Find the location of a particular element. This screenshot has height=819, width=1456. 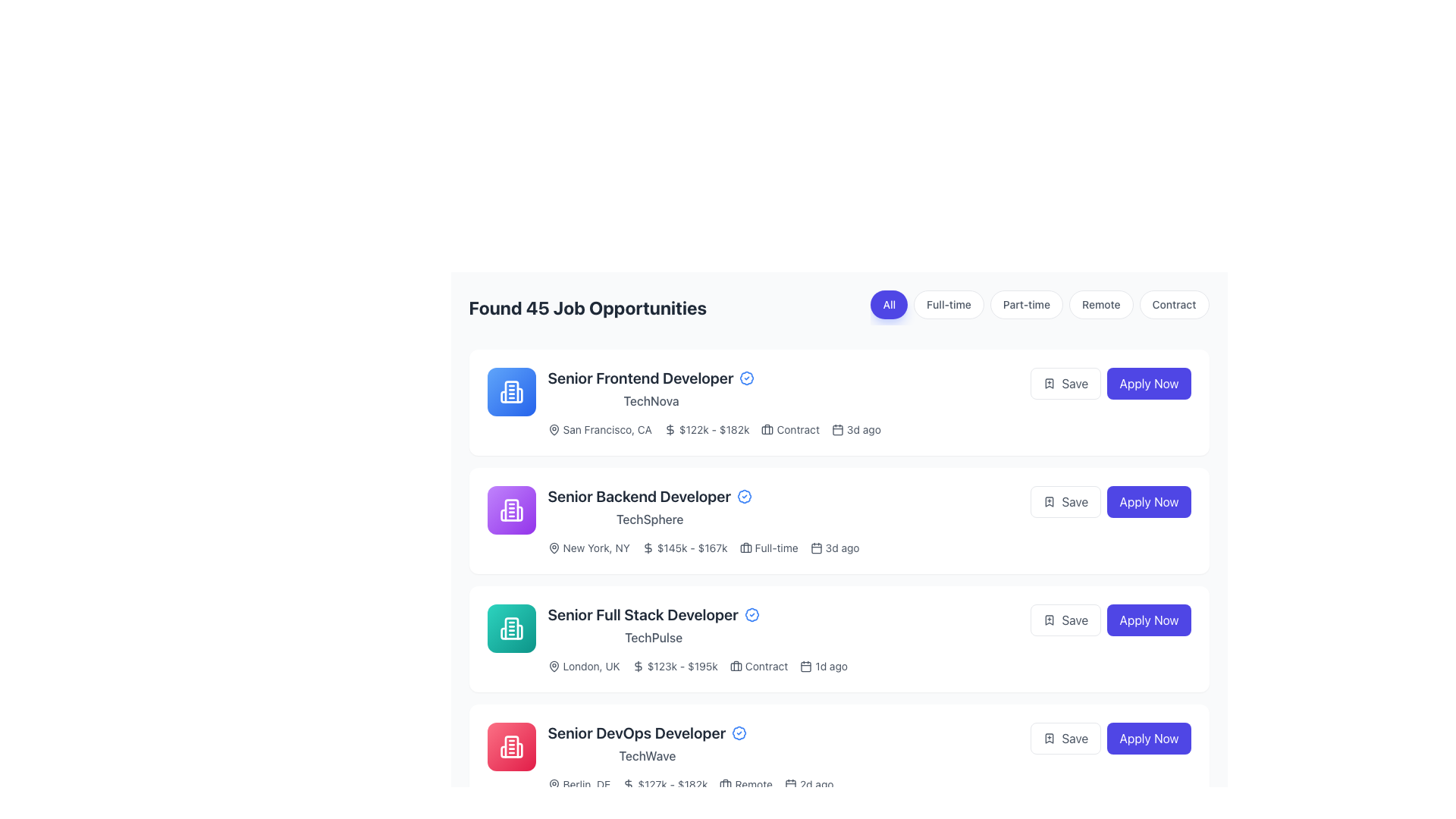

the label displaying 'San Francisco, CA' with a map pin icon, located under the job title 'Senior Frontend Developer' at 'TechNova' is located at coordinates (599, 430).